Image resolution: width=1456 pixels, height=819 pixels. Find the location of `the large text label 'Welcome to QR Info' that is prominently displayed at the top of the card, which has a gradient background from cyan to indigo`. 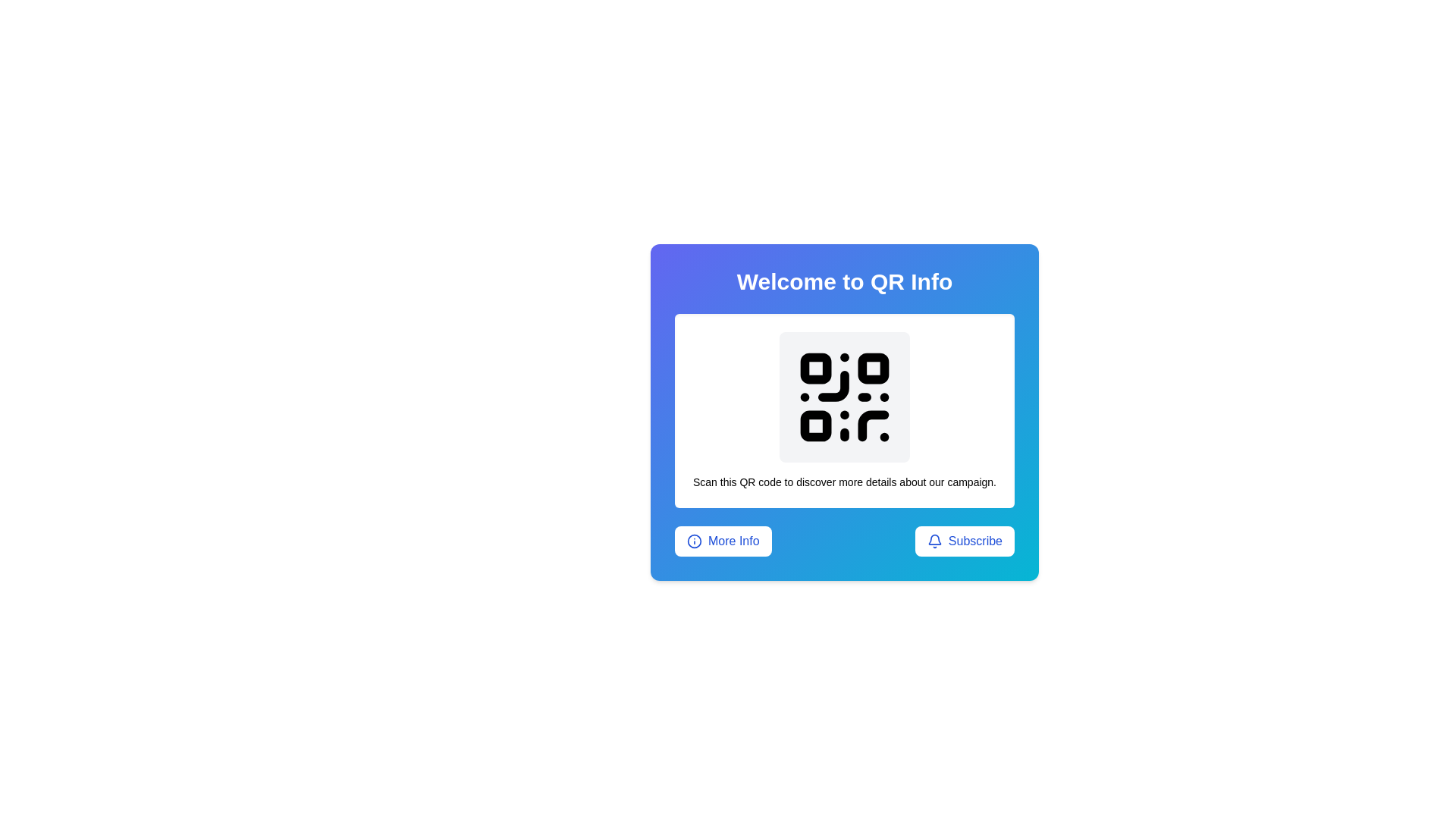

the large text label 'Welcome to QR Info' that is prominently displayed at the top of the card, which has a gradient background from cyan to indigo is located at coordinates (843, 281).